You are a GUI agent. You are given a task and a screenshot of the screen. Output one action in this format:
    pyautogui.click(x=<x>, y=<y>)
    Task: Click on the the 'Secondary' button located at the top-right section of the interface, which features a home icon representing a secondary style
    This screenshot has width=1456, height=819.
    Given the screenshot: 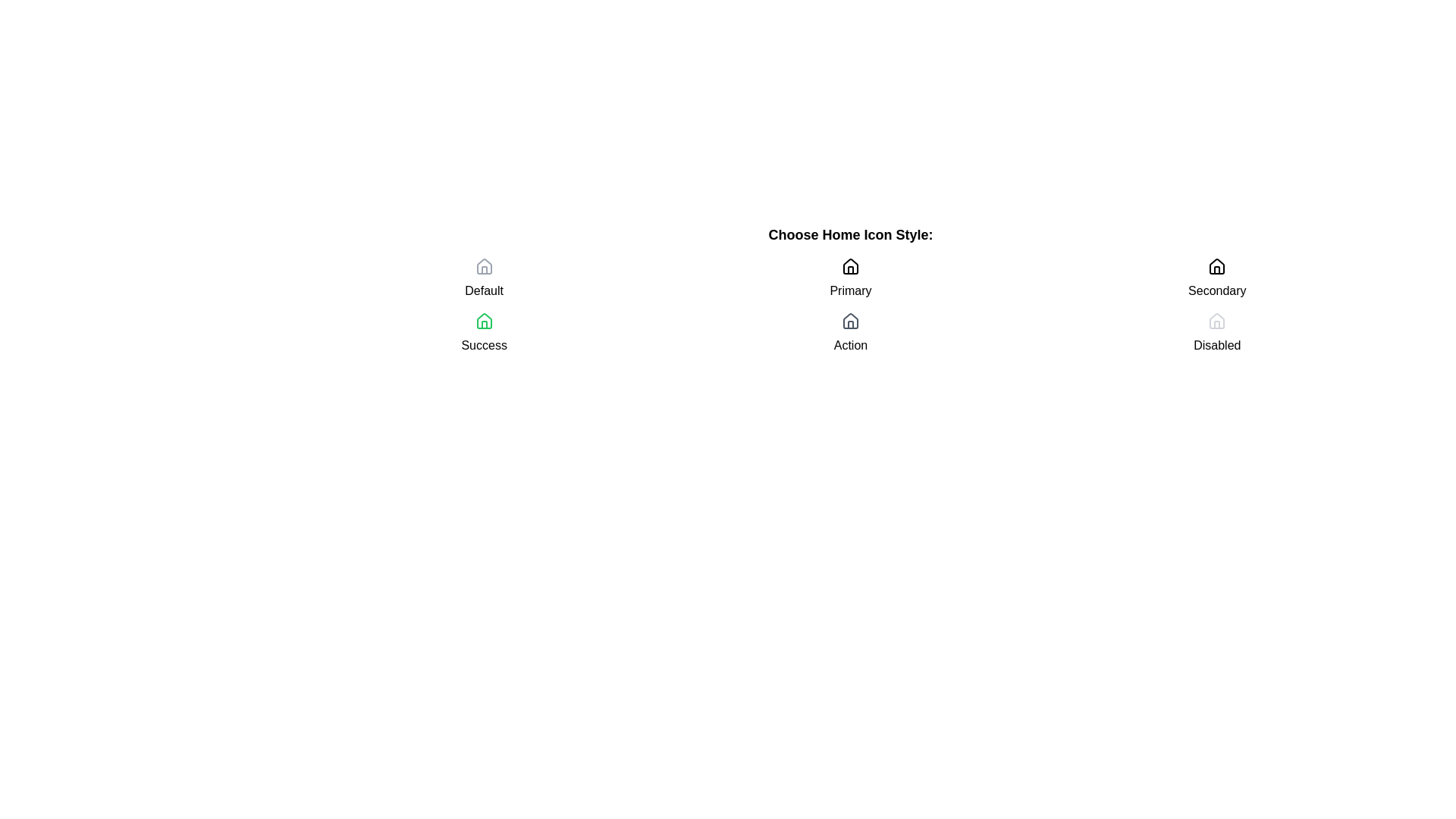 What is the action you would take?
    pyautogui.click(x=1217, y=265)
    